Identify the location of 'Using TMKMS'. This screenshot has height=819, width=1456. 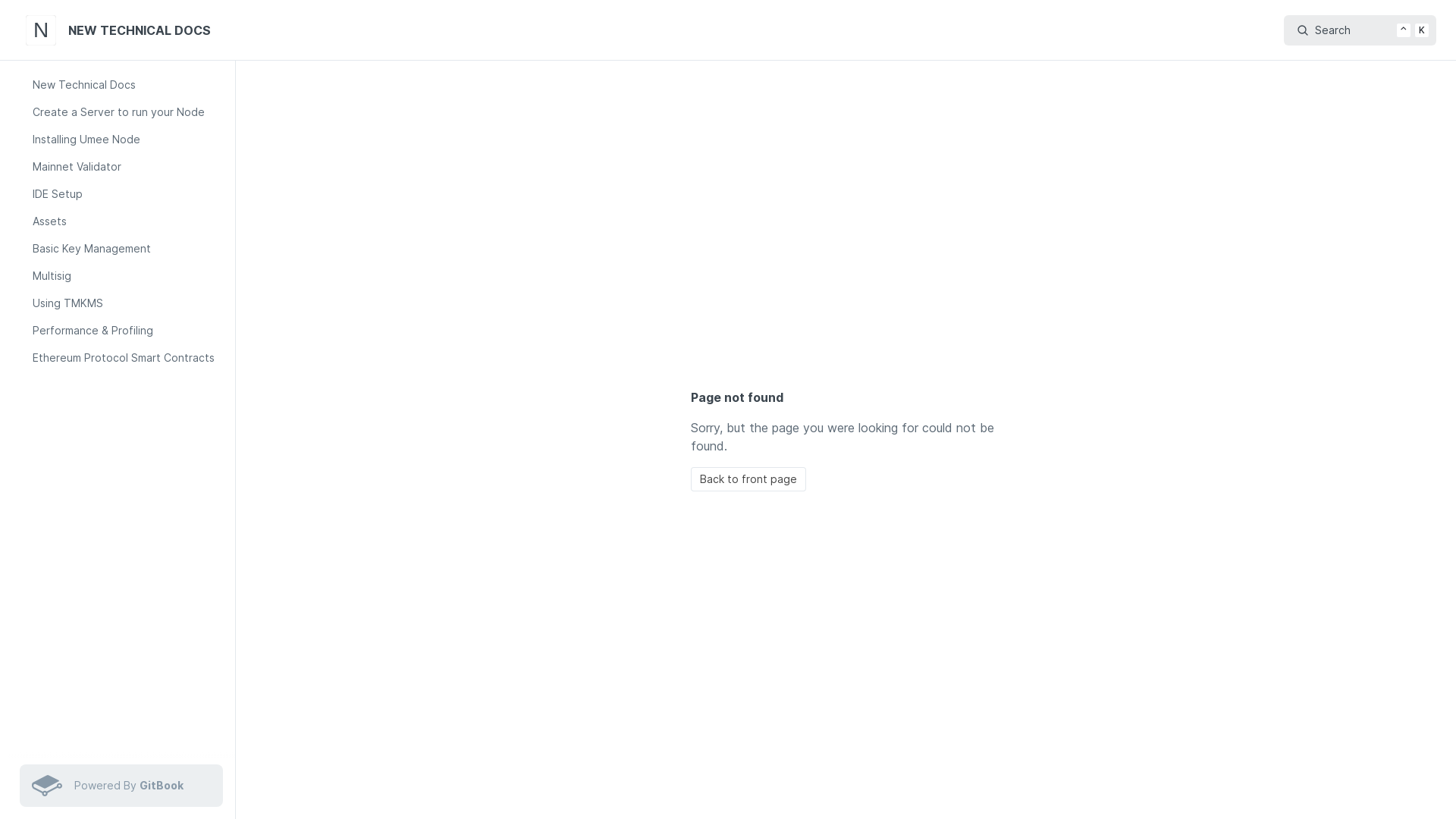
(127, 303).